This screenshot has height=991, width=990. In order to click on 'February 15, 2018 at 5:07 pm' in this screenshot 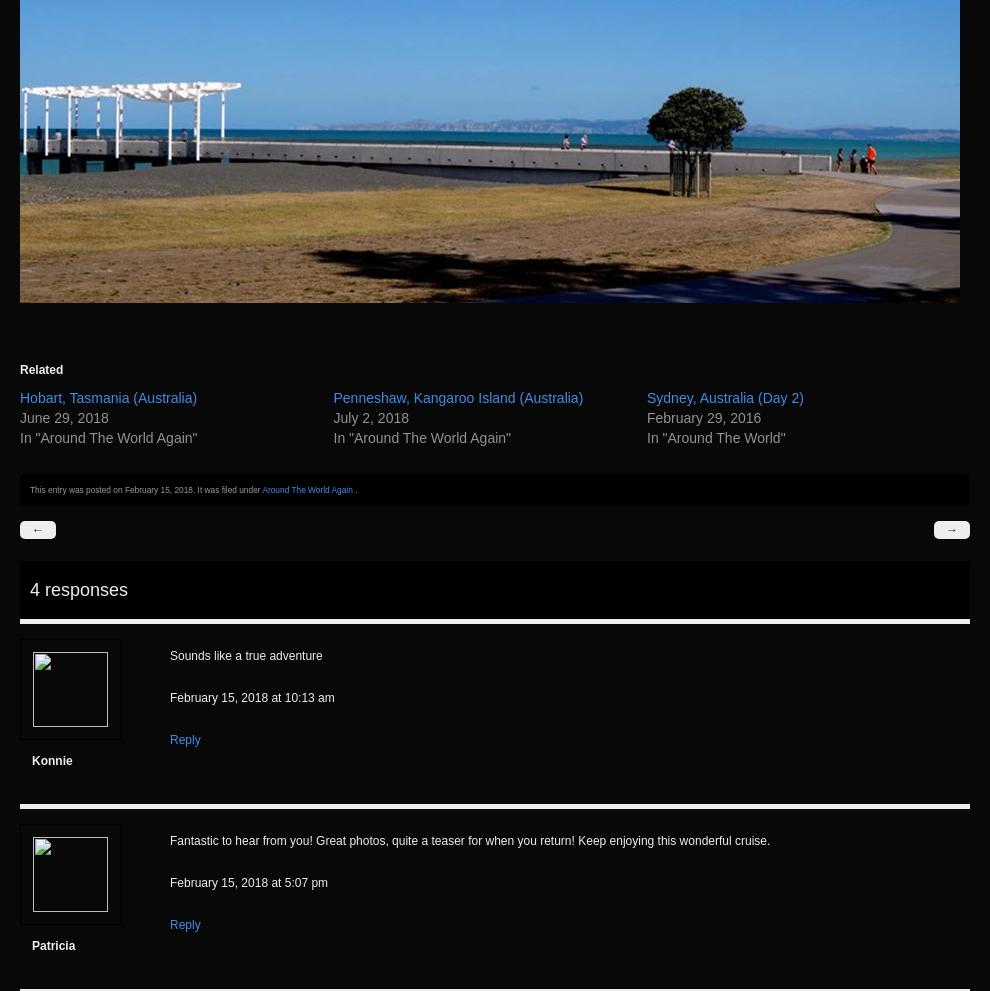, I will do `click(247, 882)`.